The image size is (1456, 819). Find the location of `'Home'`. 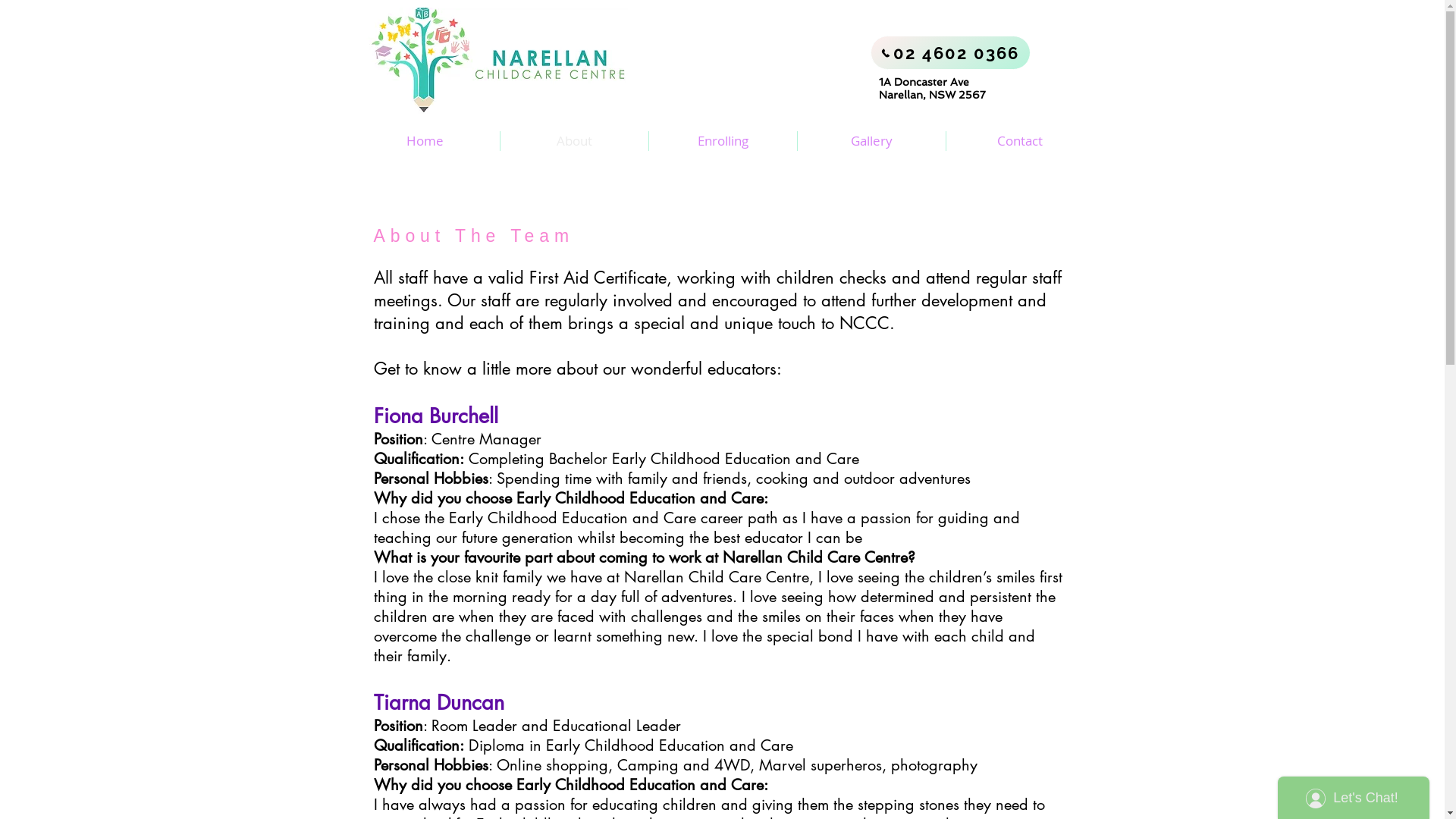

'Home' is located at coordinates (425, 140).